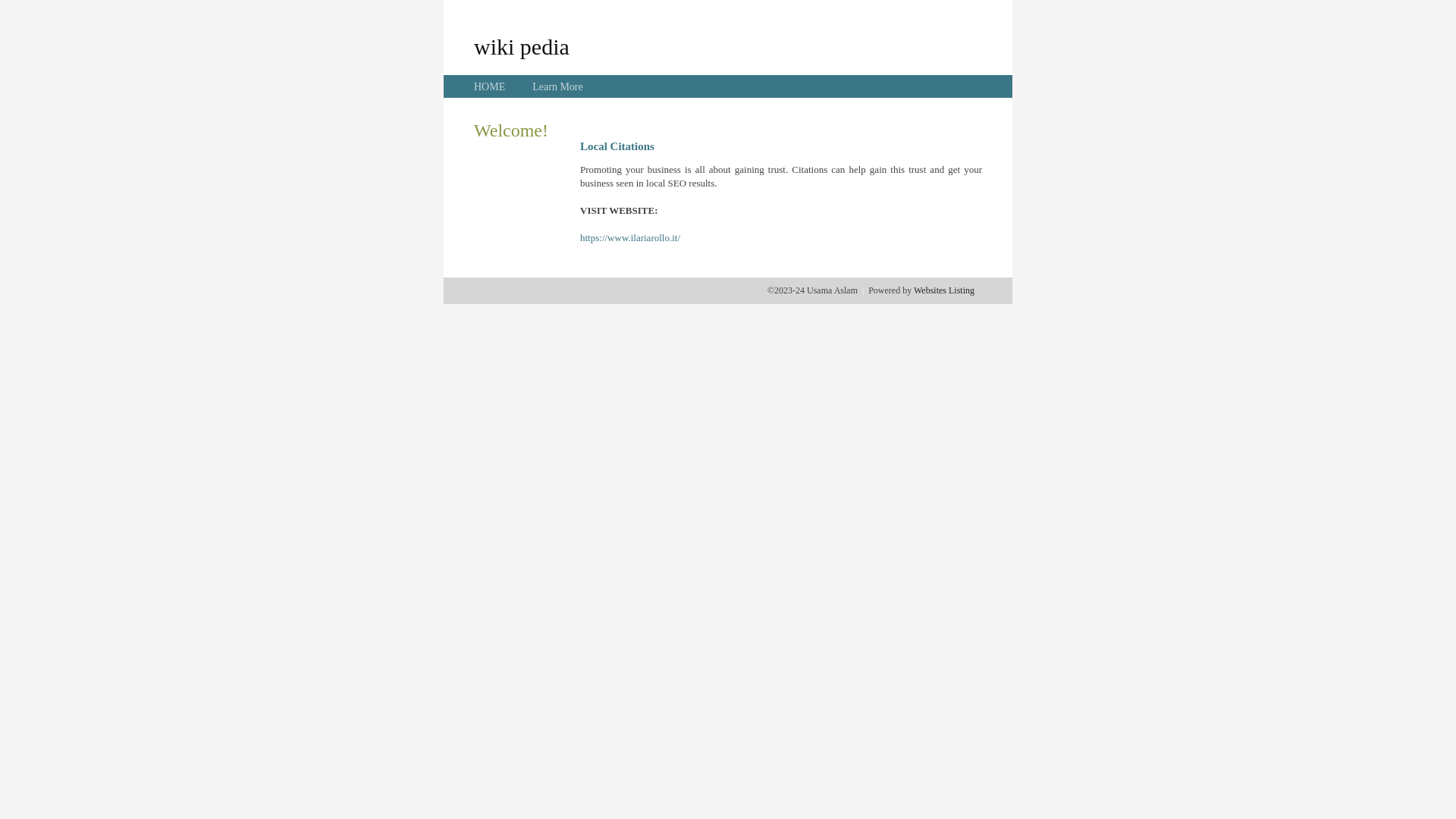 The image size is (1456, 819). Describe the element at coordinates (629, 237) in the screenshot. I see `'https://www.ilariarollo.it/'` at that location.